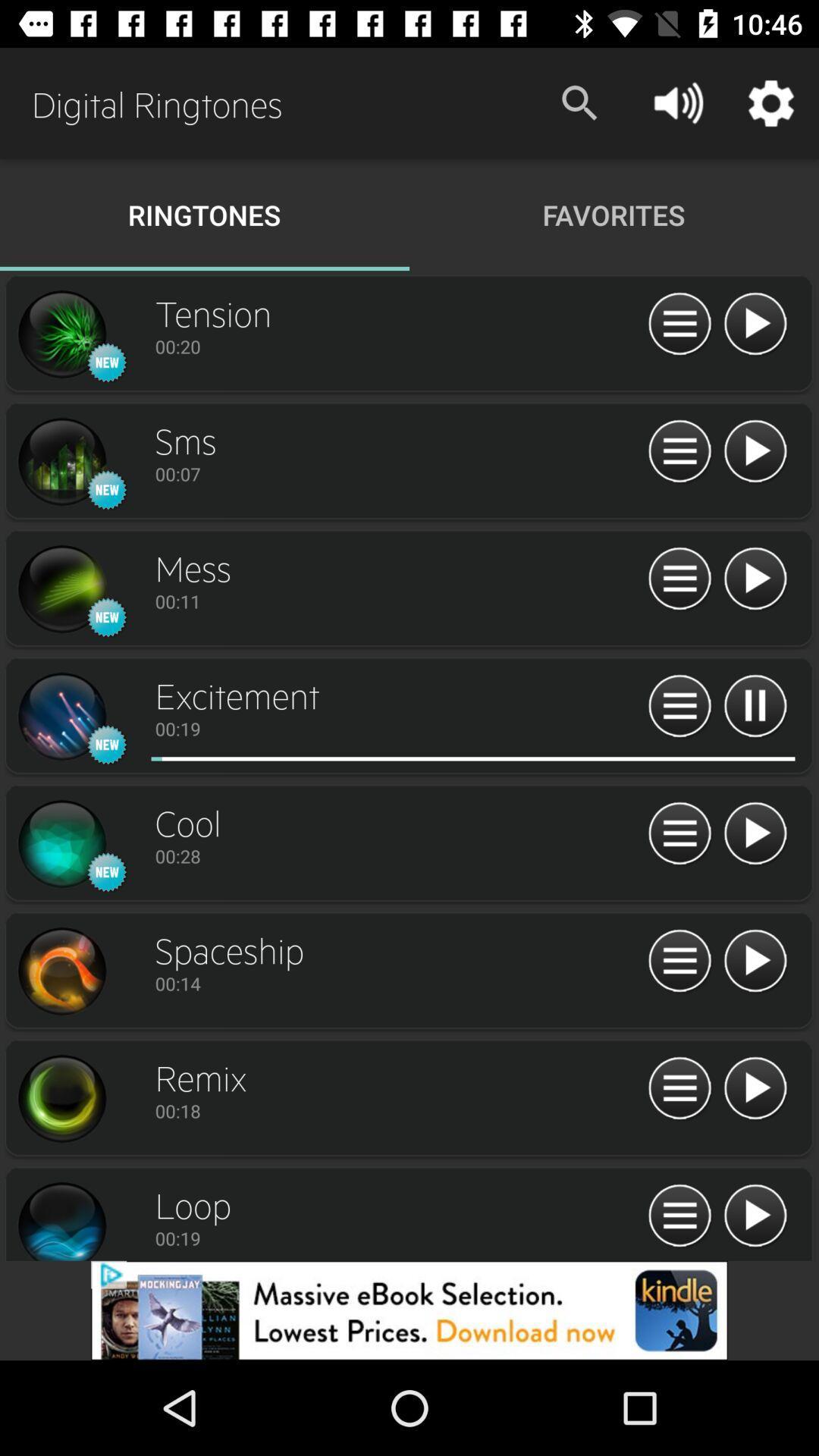  What do you see at coordinates (409, 1310) in the screenshot?
I see `advertisement page` at bounding box center [409, 1310].